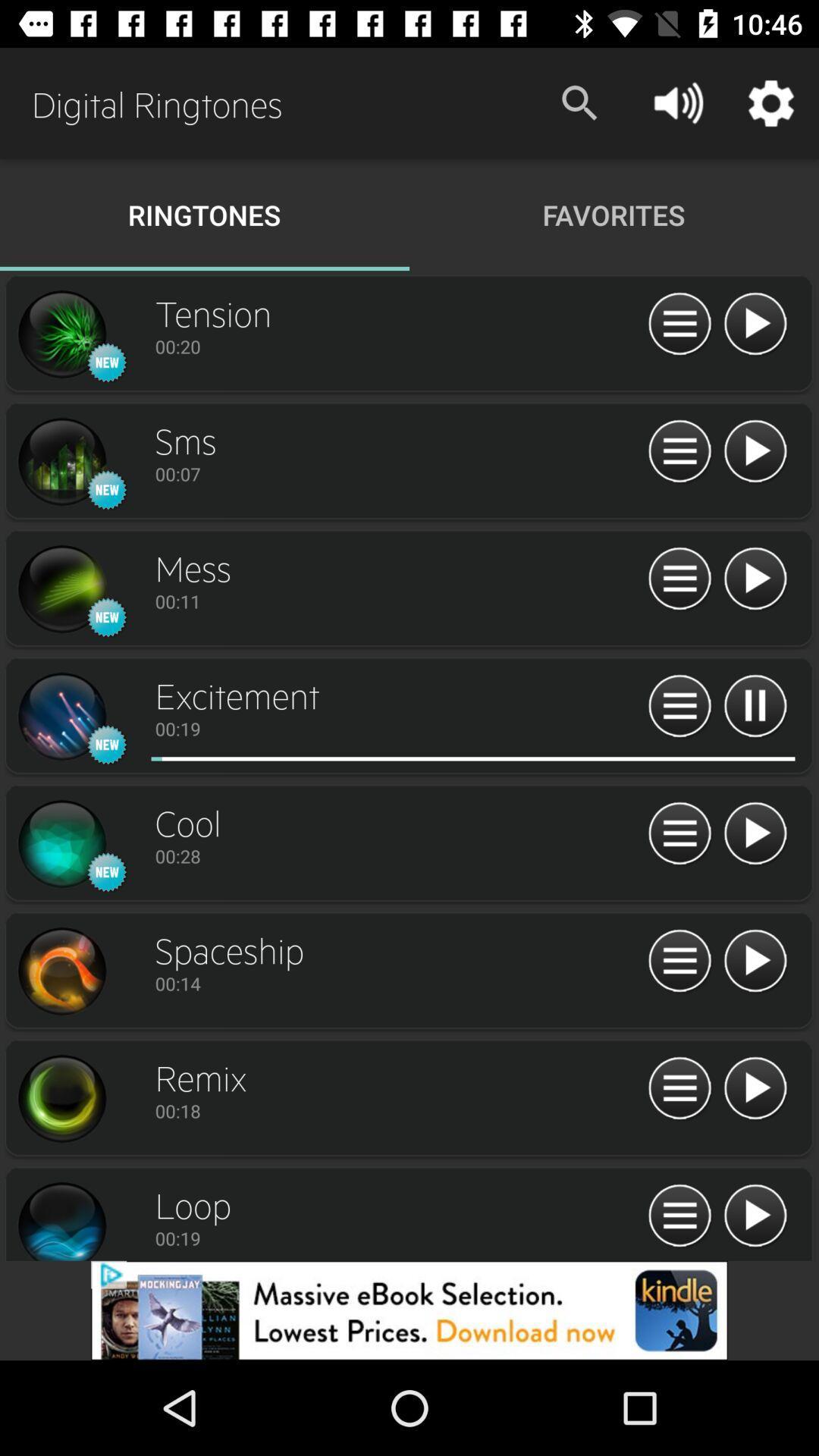  What do you see at coordinates (409, 1310) in the screenshot?
I see `advertisement page` at bounding box center [409, 1310].